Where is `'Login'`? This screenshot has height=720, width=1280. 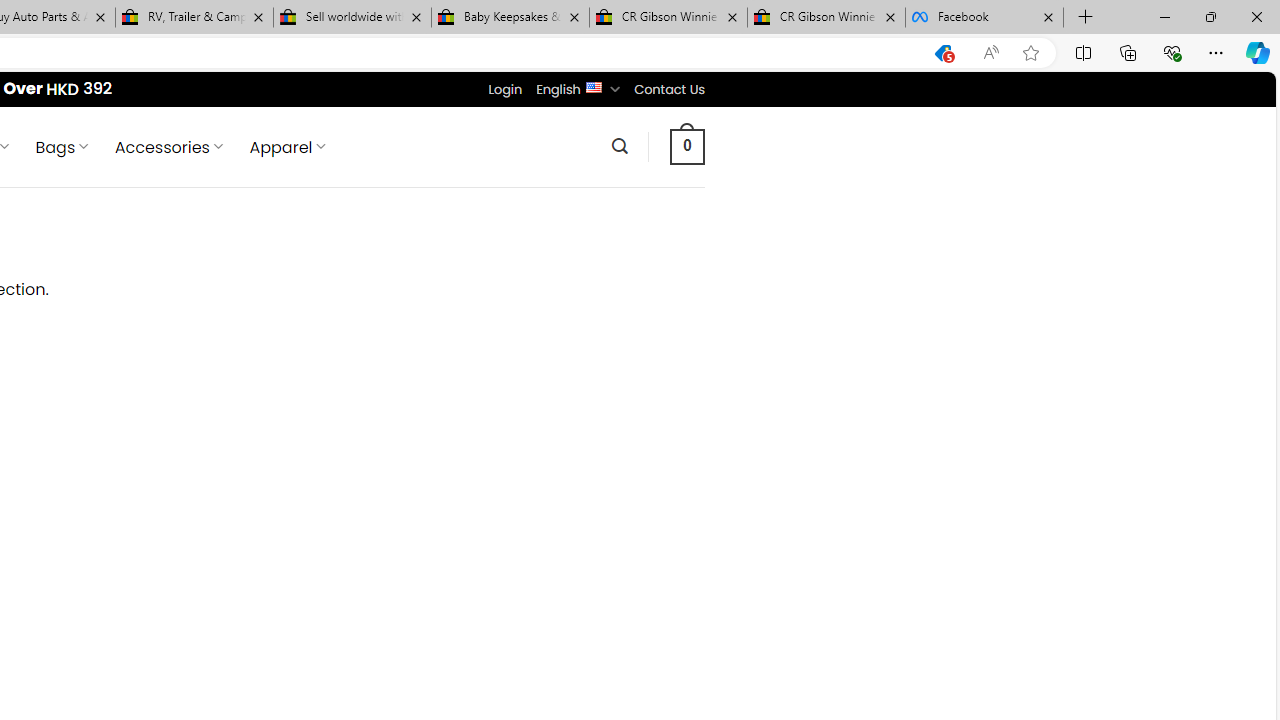 'Login' is located at coordinates (505, 88).